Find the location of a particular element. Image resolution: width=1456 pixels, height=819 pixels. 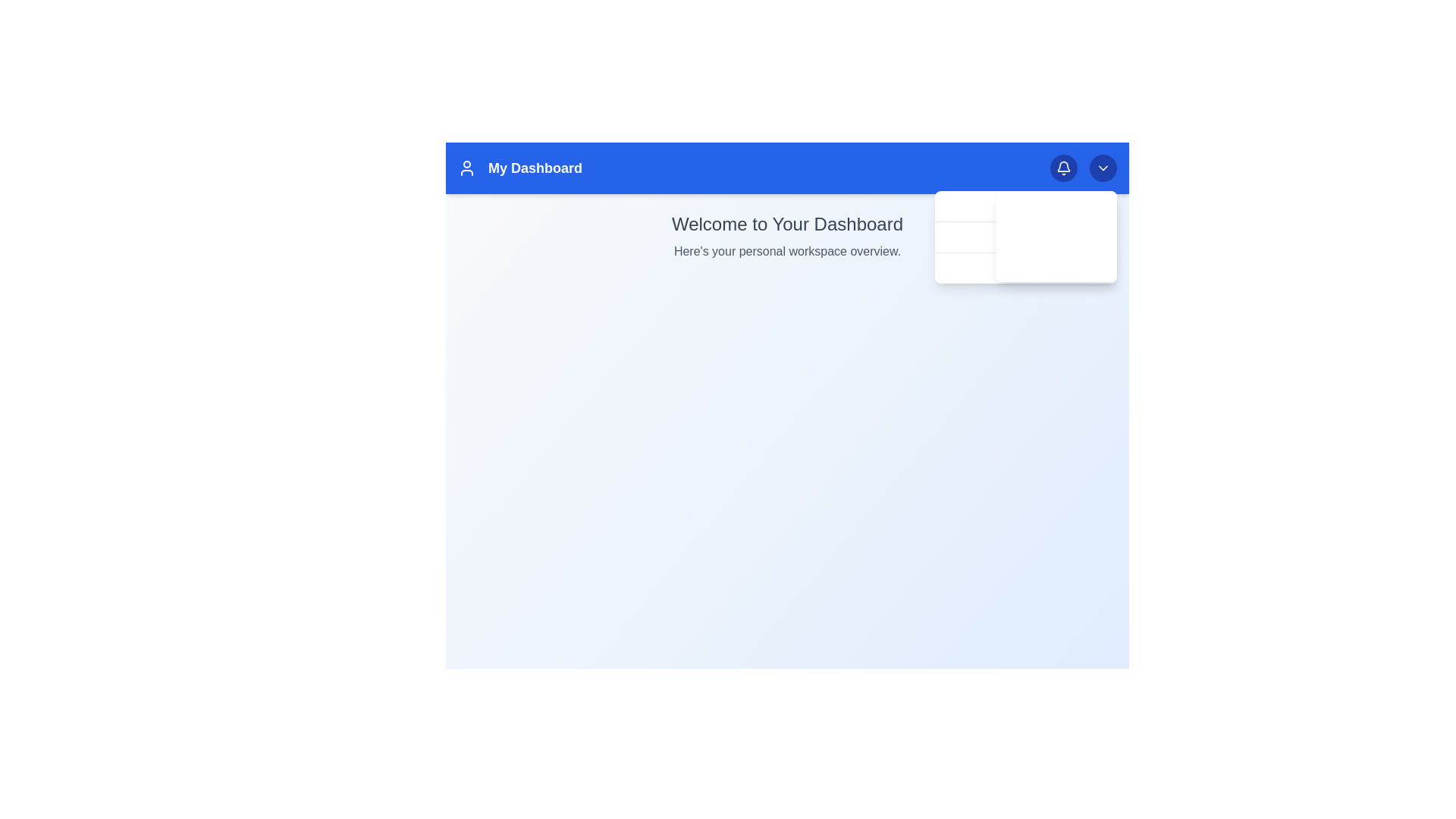

the small, downward-facing chevron icon located in the center of a circular button in the top-right corner of the interface is located at coordinates (1103, 168).